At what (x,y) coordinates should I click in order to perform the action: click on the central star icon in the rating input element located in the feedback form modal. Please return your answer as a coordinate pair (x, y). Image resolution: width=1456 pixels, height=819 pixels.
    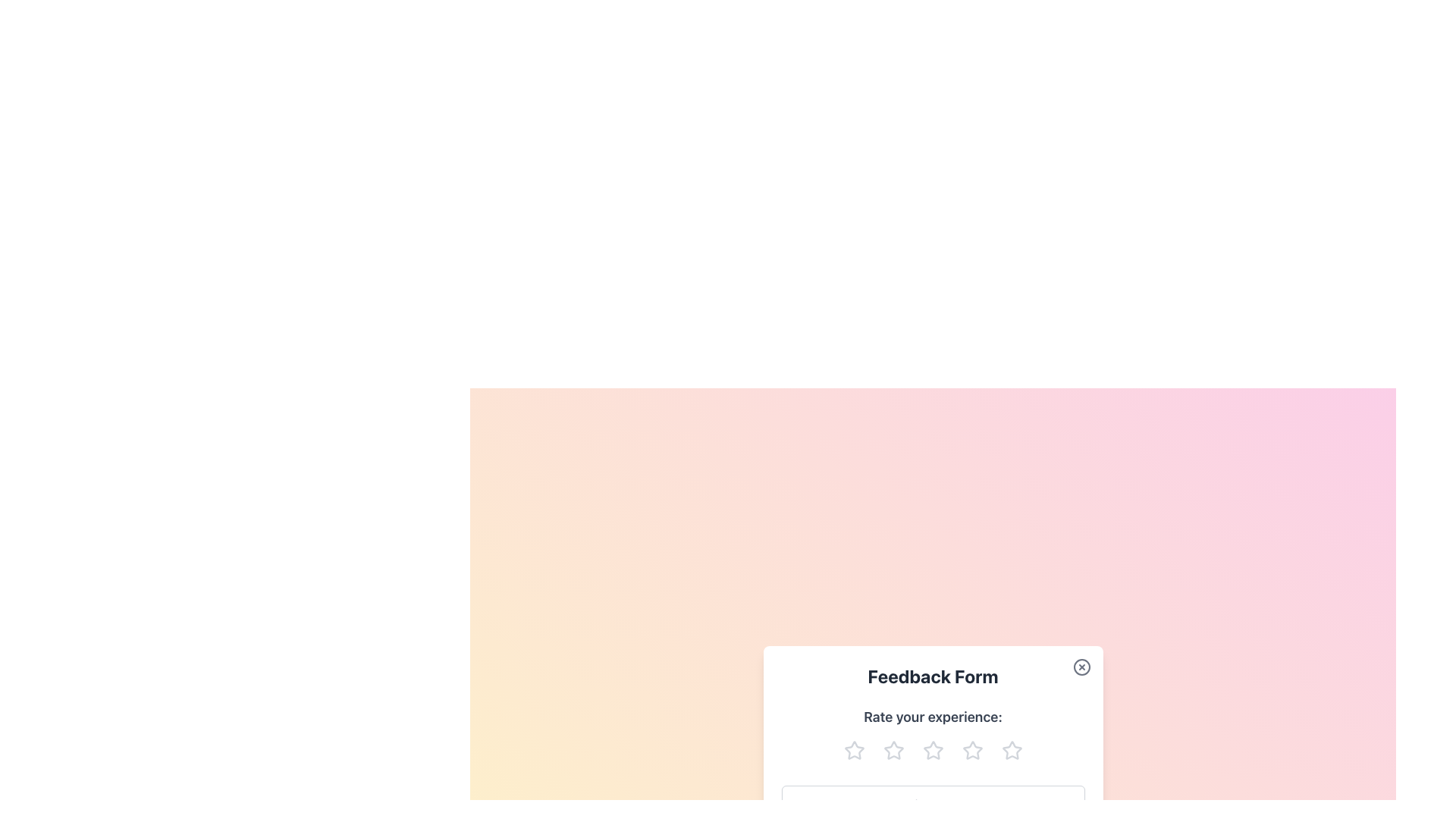
    Looking at the image, I should click on (932, 751).